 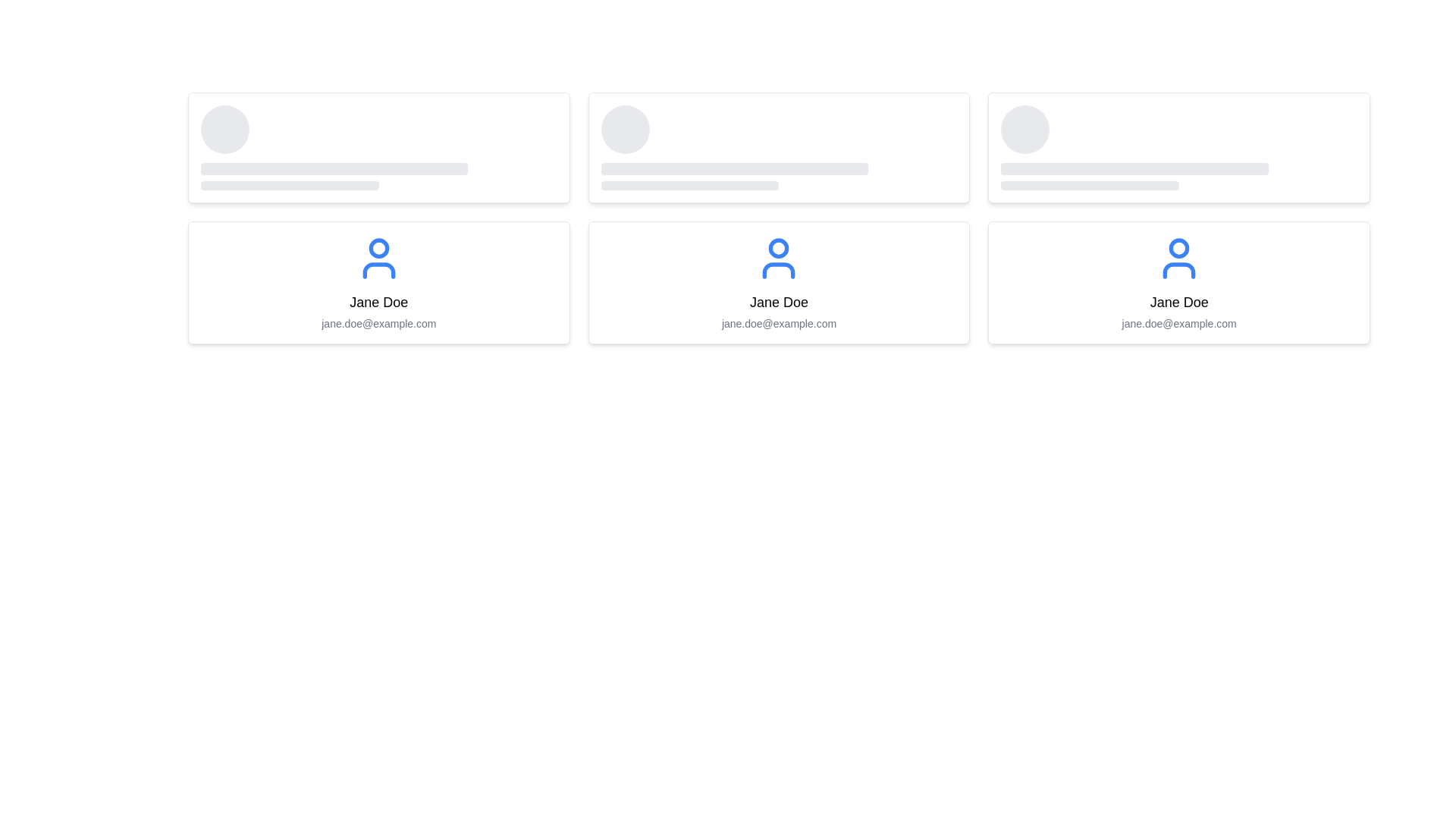 What do you see at coordinates (779, 148) in the screenshot?
I see `the second card in the first row of the grid layout, which has a white background, a border, and a drop shadow, featuring a circular placeholder at the top left and two horizontal gray bars below it` at bounding box center [779, 148].